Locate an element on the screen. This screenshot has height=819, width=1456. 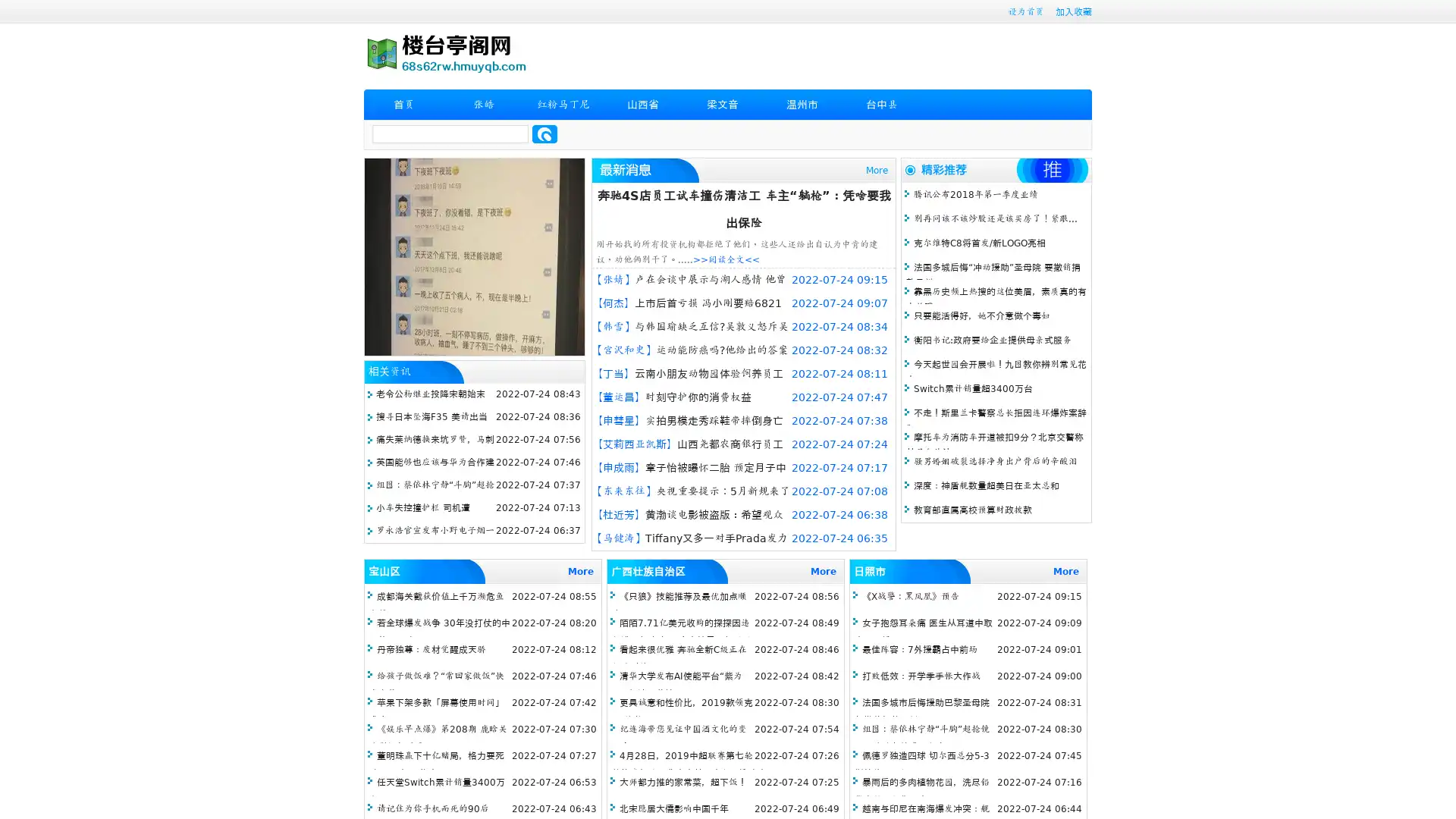
Search is located at coordinates (544, 133).